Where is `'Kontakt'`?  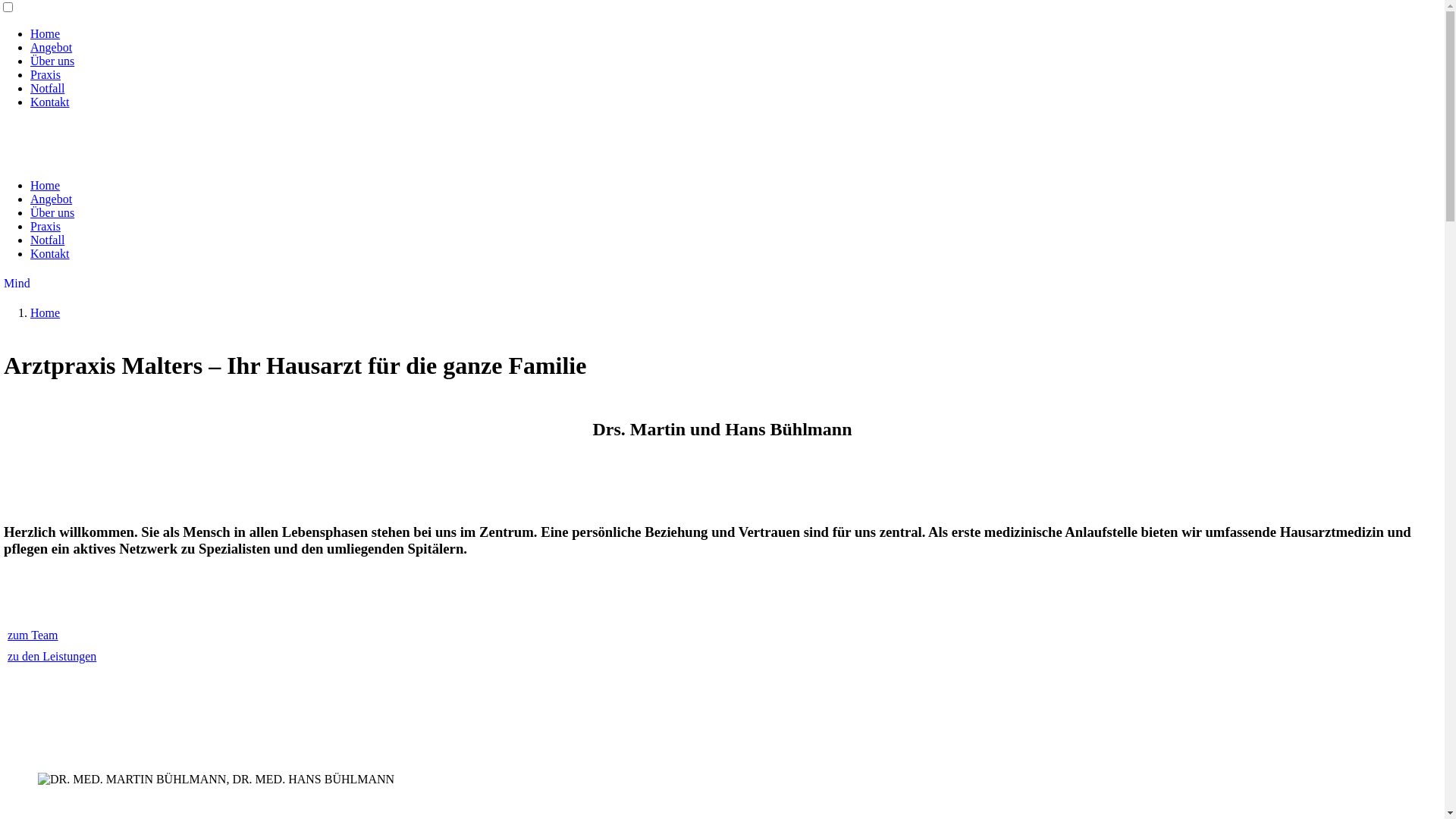
'Kontakt' is located at coordinates (50, 253).